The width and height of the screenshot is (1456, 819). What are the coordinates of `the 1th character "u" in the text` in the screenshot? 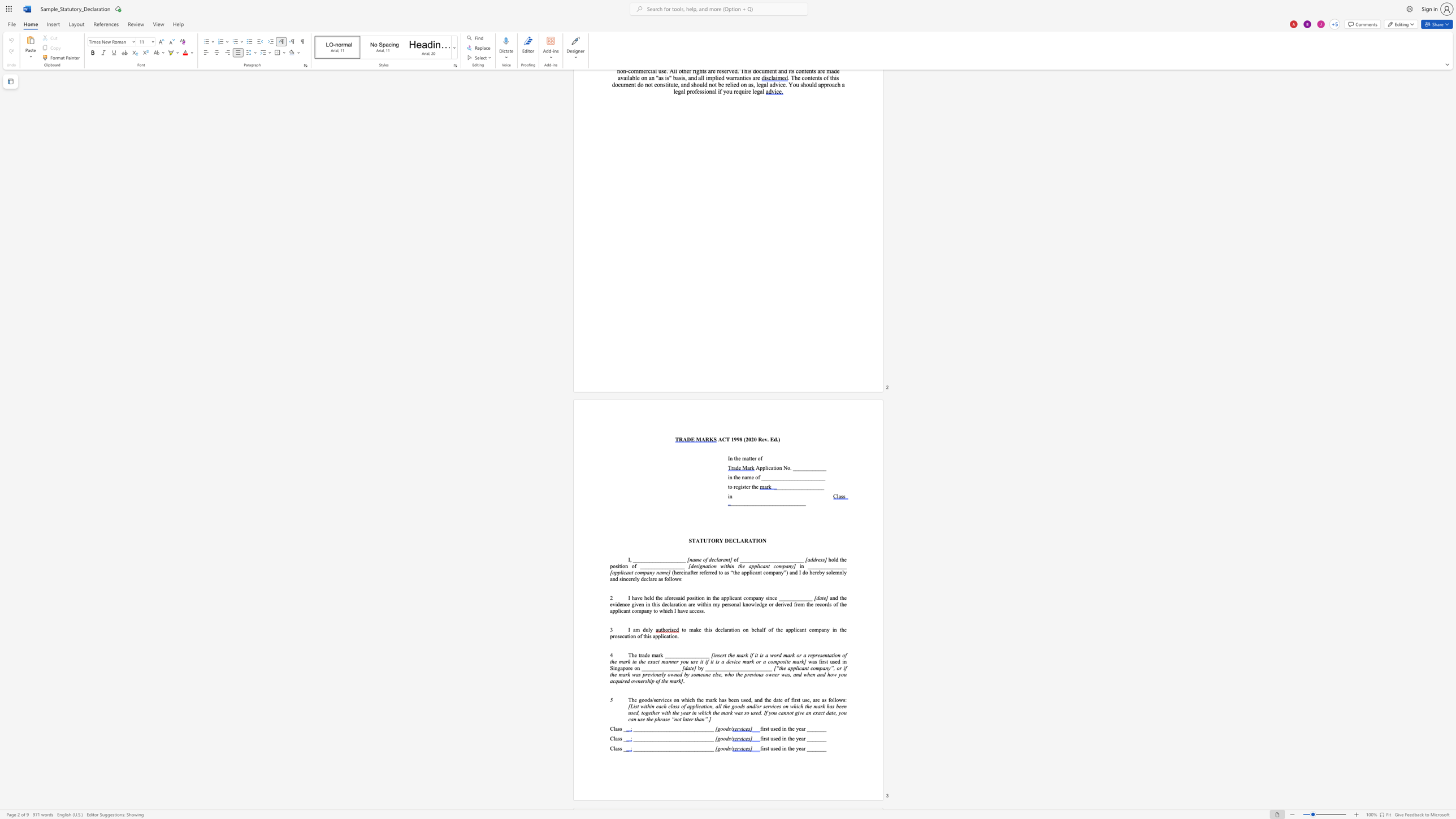 It's located at (647, 630).